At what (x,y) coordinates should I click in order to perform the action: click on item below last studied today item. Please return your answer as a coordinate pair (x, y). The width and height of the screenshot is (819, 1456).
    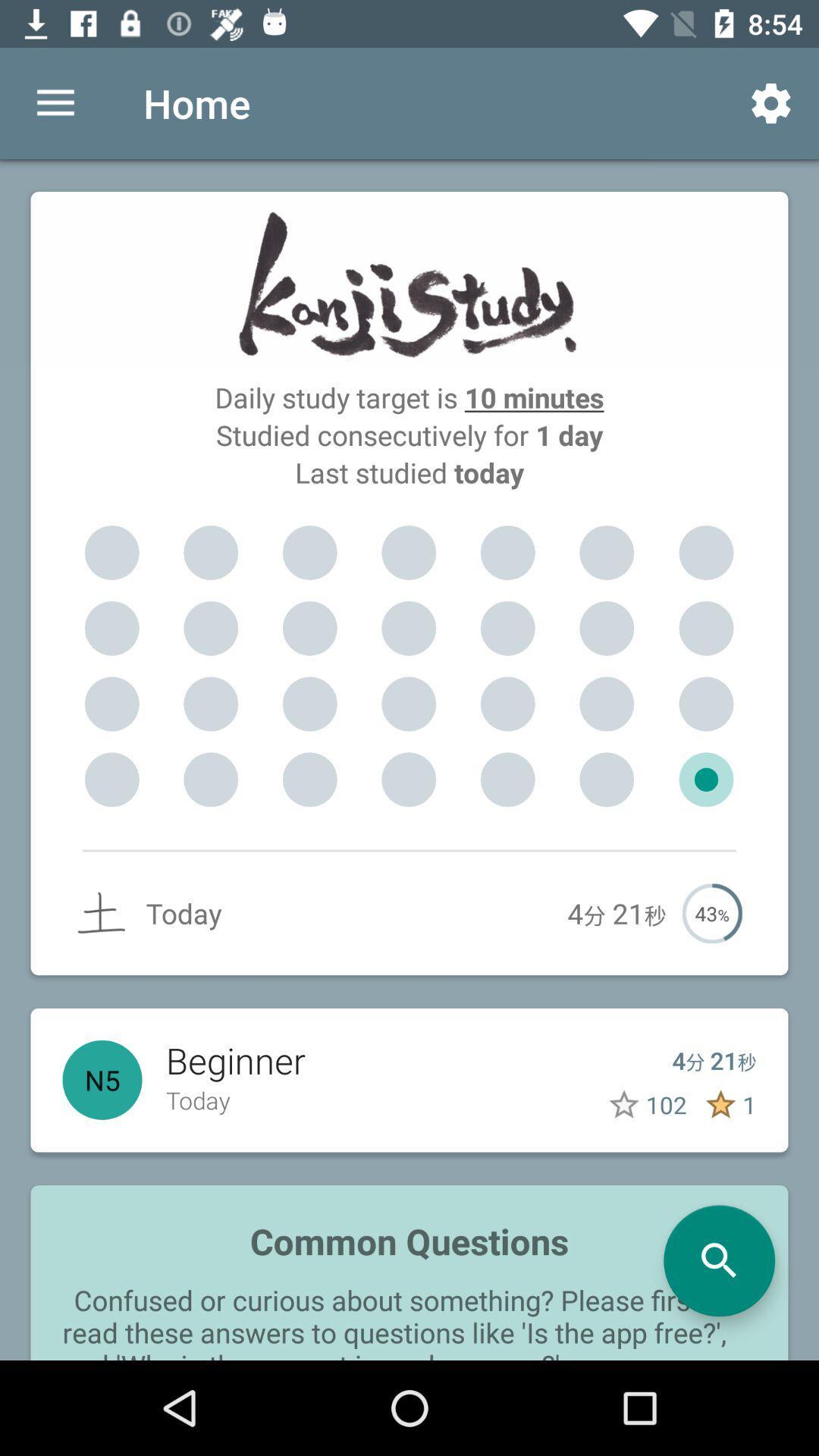
    Looking at the image, I should click on (507, 552).